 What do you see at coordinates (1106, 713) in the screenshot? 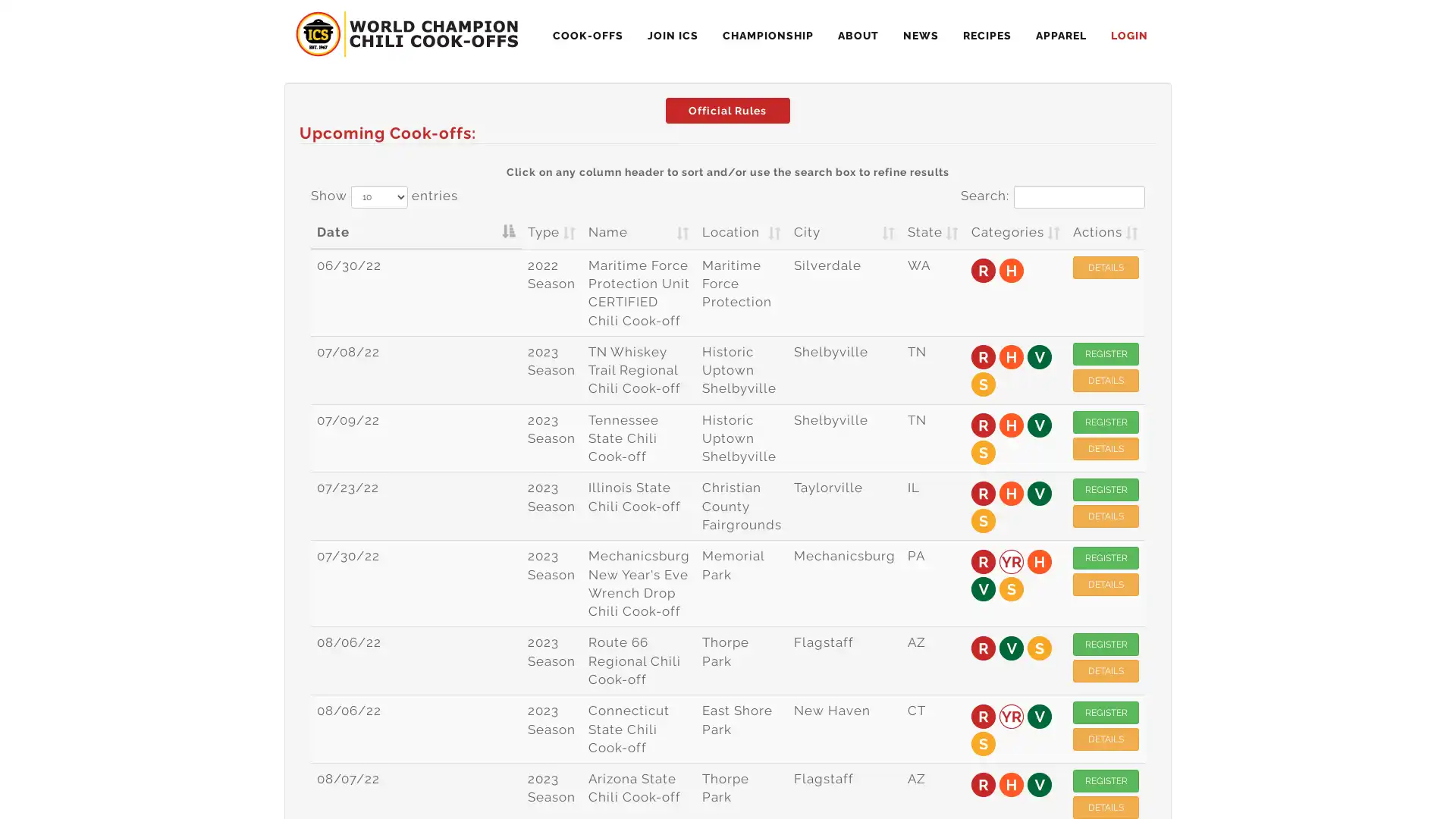
I see `REGISTER` at bounding box center [1106, 713].